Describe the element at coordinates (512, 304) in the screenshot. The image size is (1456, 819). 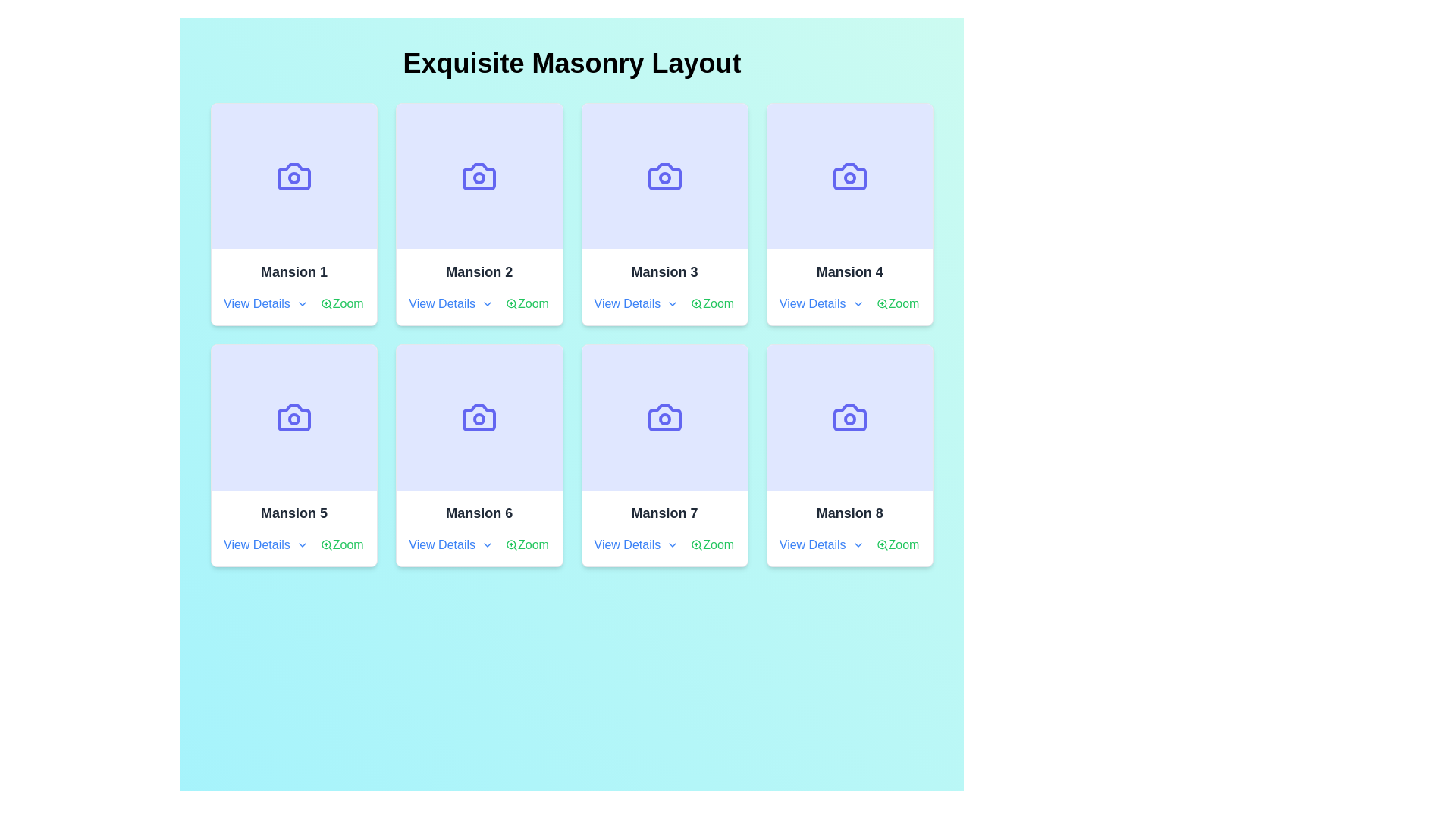
I see `the zoom-in icon located within the 'Mansion 2' card, positioned to the right of the 'View Details' link` at that location.